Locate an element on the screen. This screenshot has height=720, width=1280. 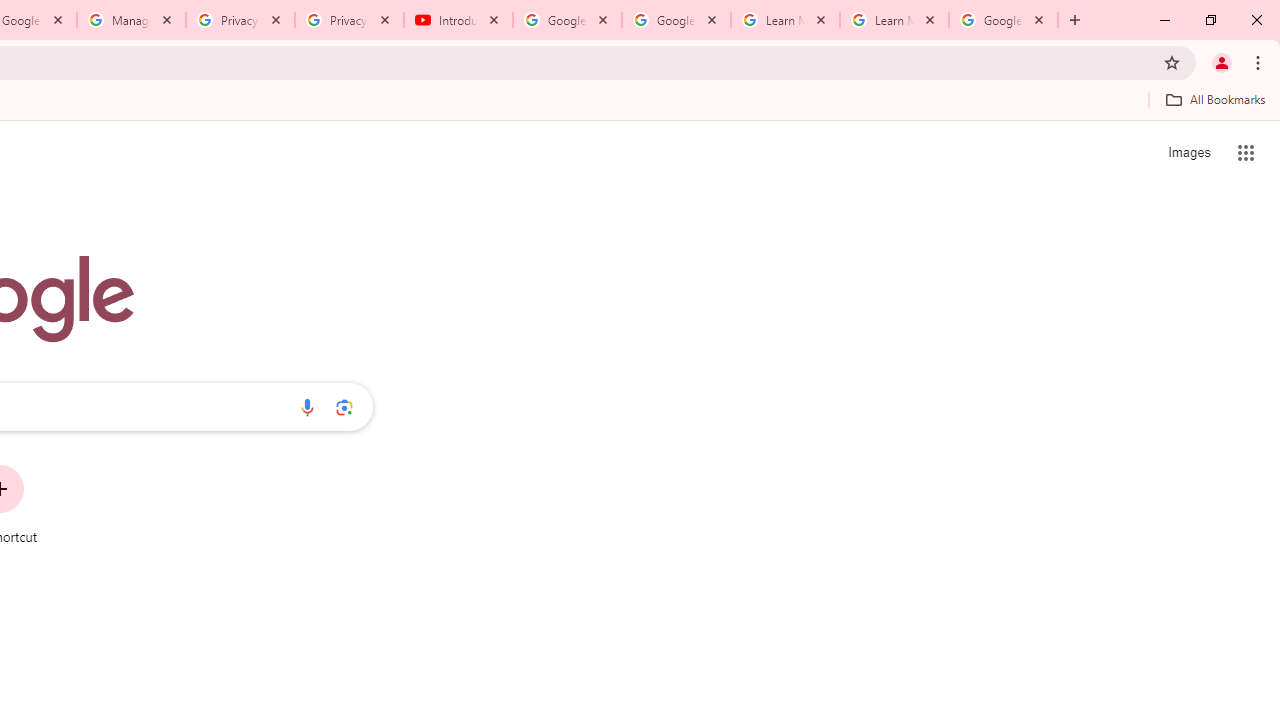
'Search by image' is located at coordinates (344, 406).